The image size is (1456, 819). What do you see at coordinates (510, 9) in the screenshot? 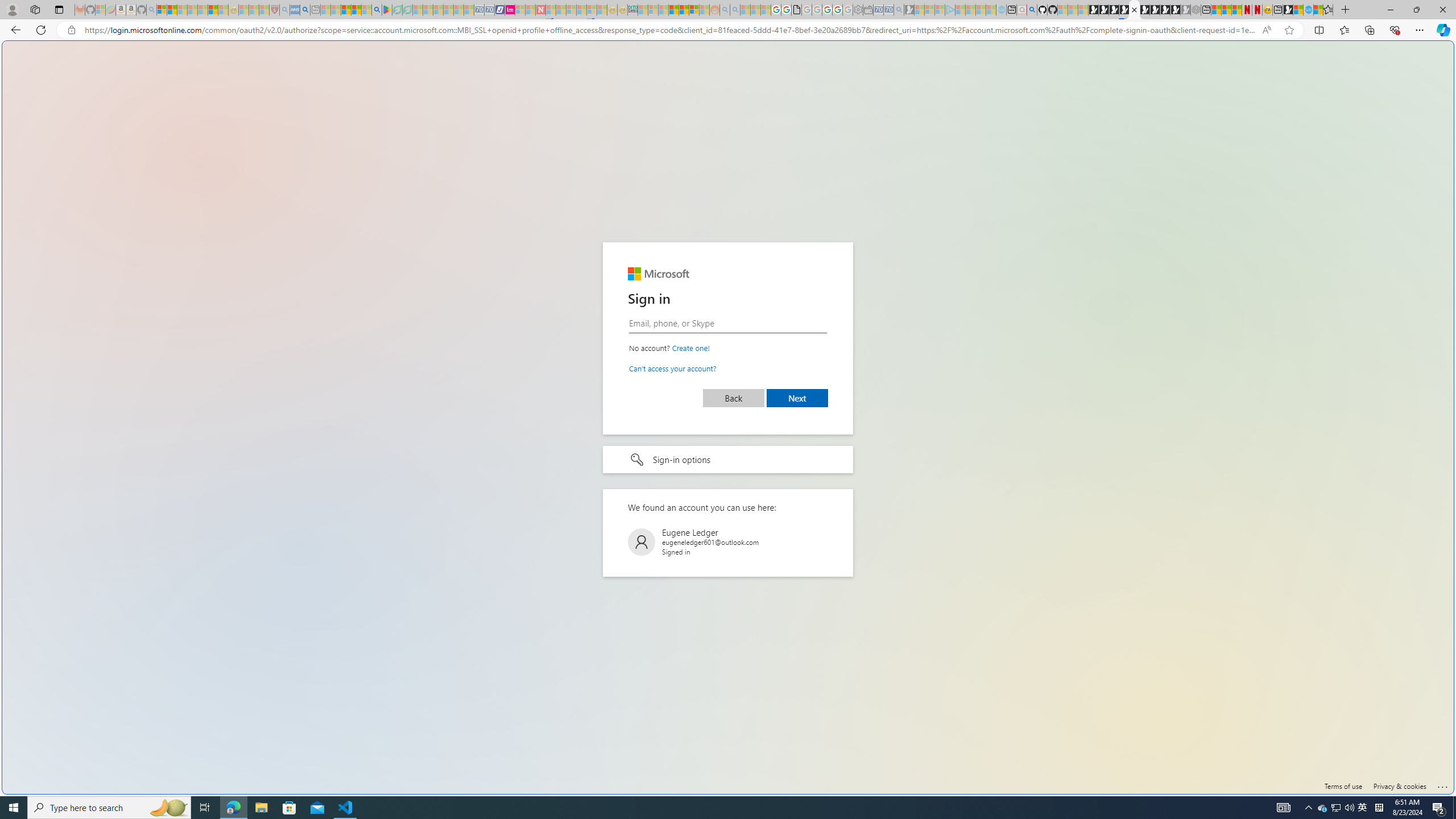
I see `'Jobs - lastminute.com Investor Portal'` at bounding box center [510, 9].